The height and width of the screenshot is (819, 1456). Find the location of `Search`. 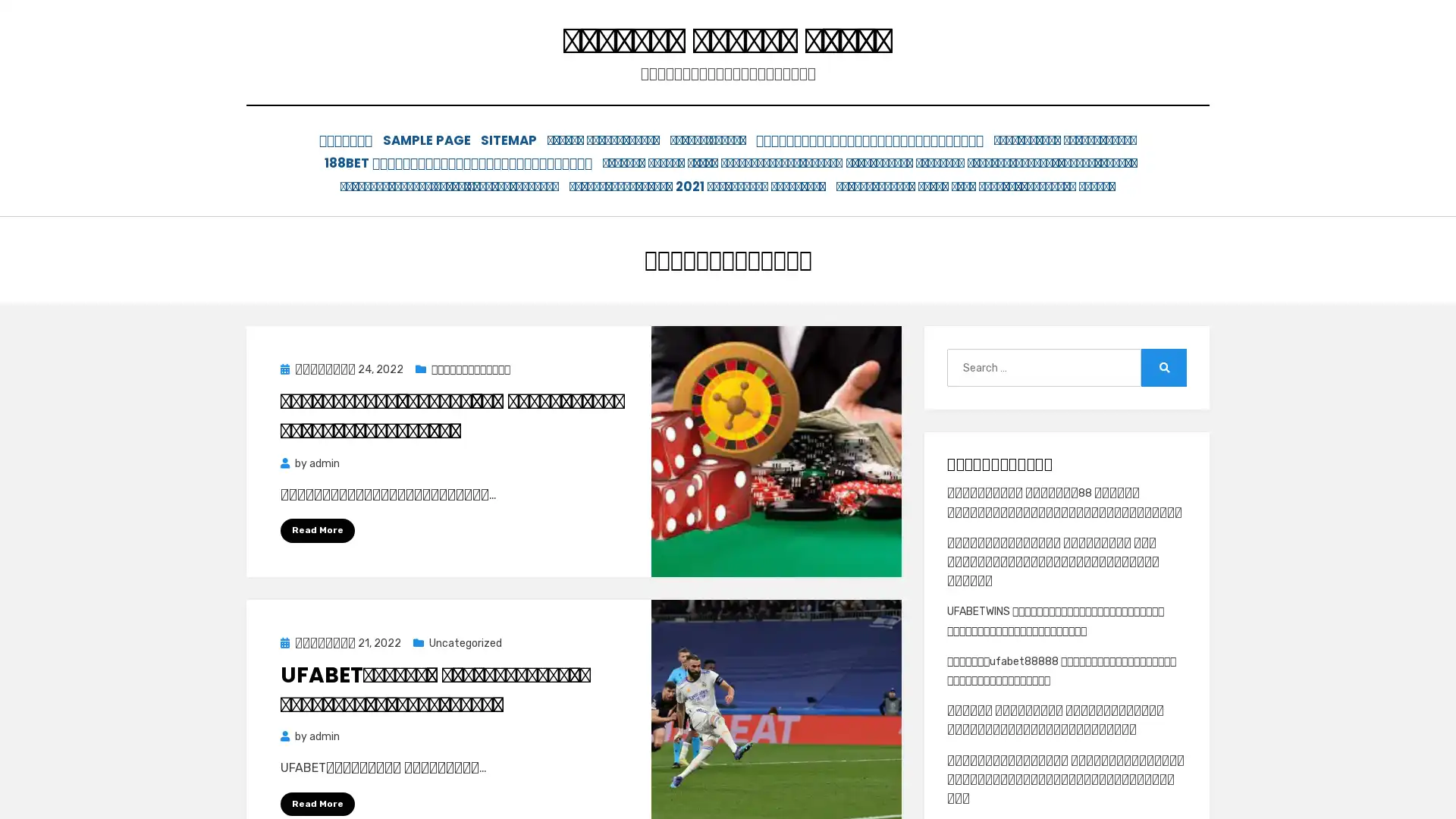

Search is located at coordinates (1163, 354).